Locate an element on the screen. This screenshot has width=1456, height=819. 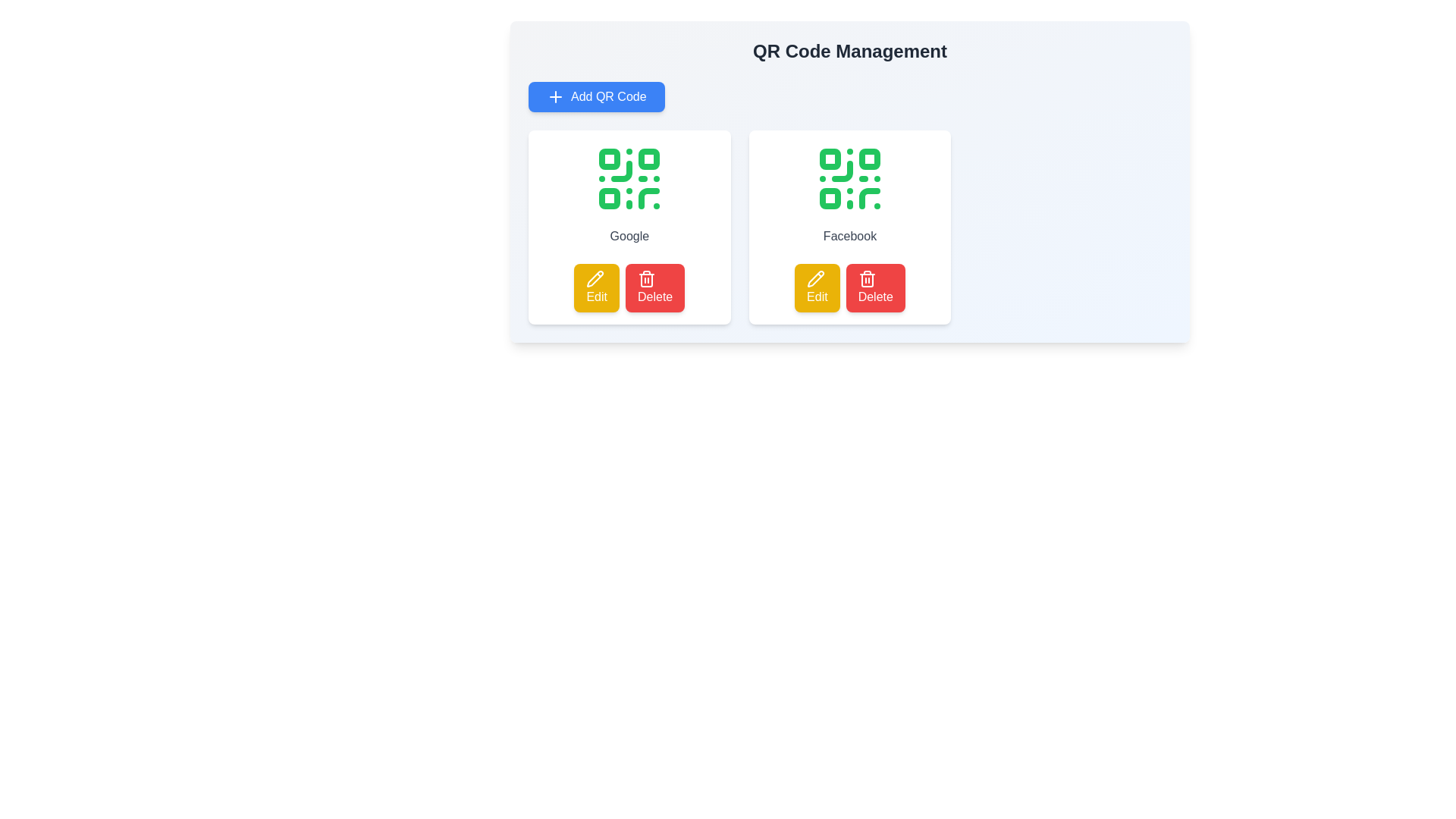
the rectangular 'Edit' button with a yellow background and white text, featuring a pencil icon, located under the 'Facebook' QR code and next to the 'Delete' button is located at coordinates (816, 288).